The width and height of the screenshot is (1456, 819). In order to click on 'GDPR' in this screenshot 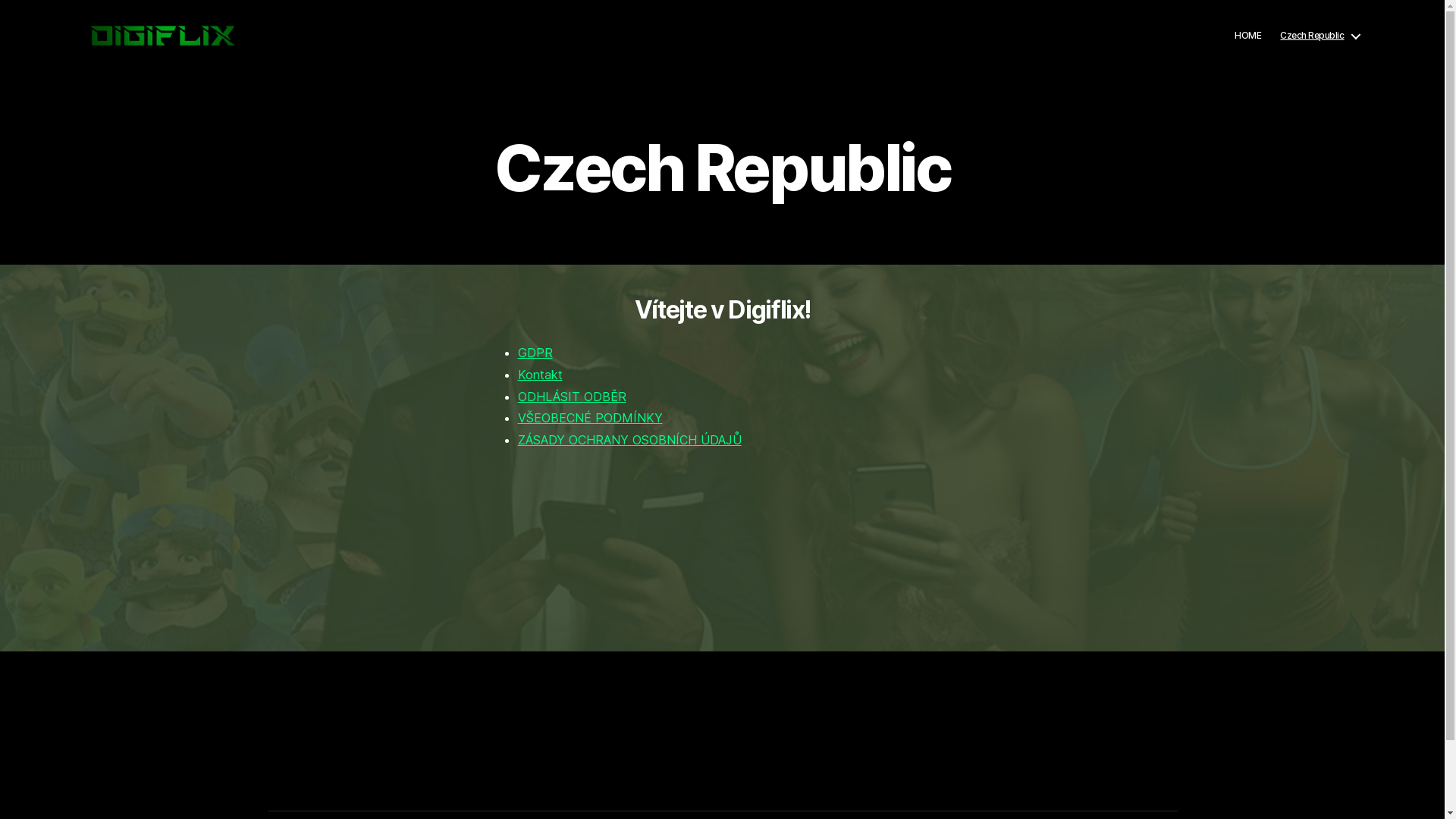, I will do `click(535, 353)`.